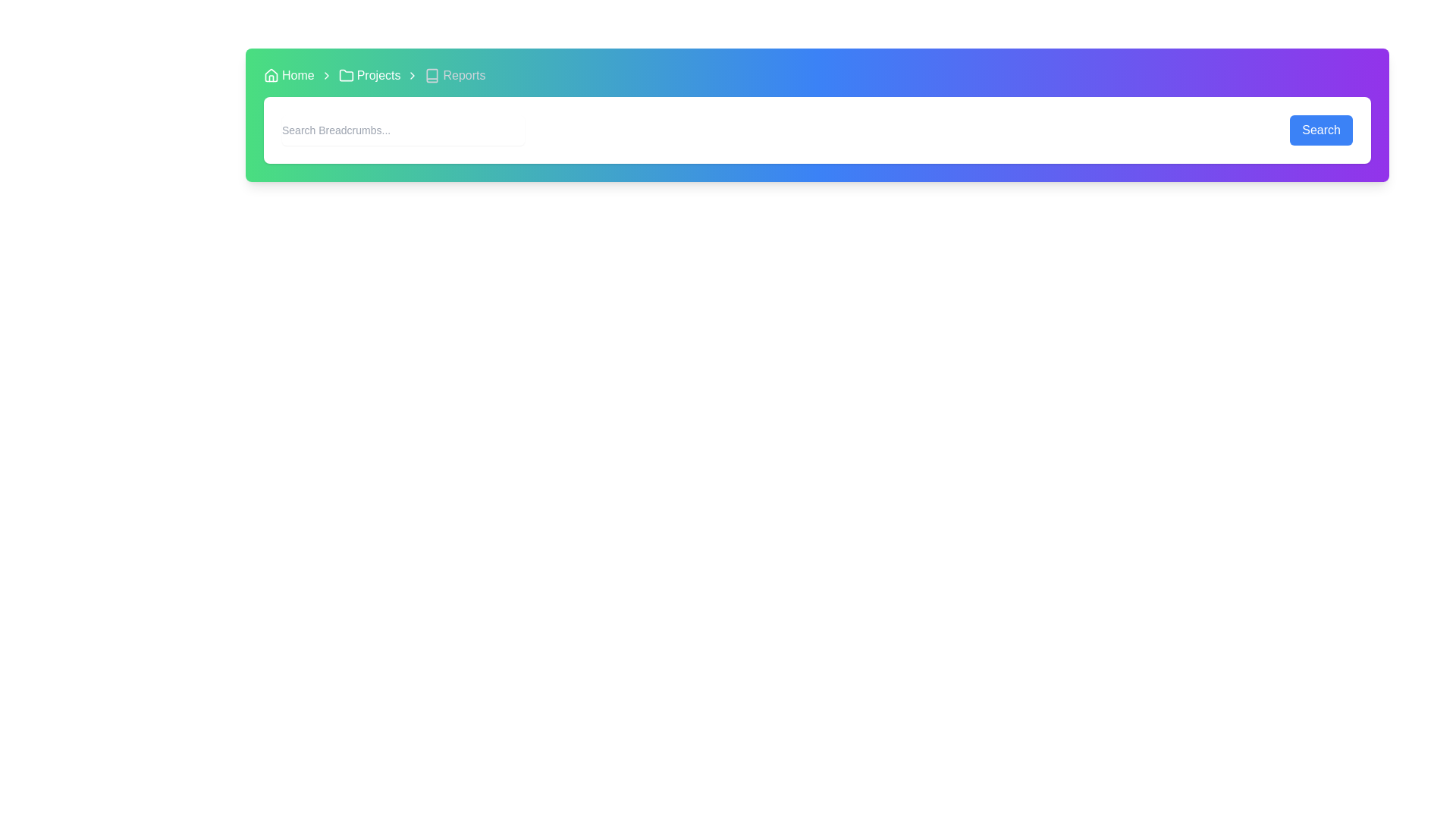 The height and width of the screenshot is (819, 1456). I want to click on the 'Projects' breadcrumb navigation link with a folder icon, which is styled with a white color transitioning to yellow upon hover, located in the navigation bar between 'Home' and 'Reports', so click(369, 76).